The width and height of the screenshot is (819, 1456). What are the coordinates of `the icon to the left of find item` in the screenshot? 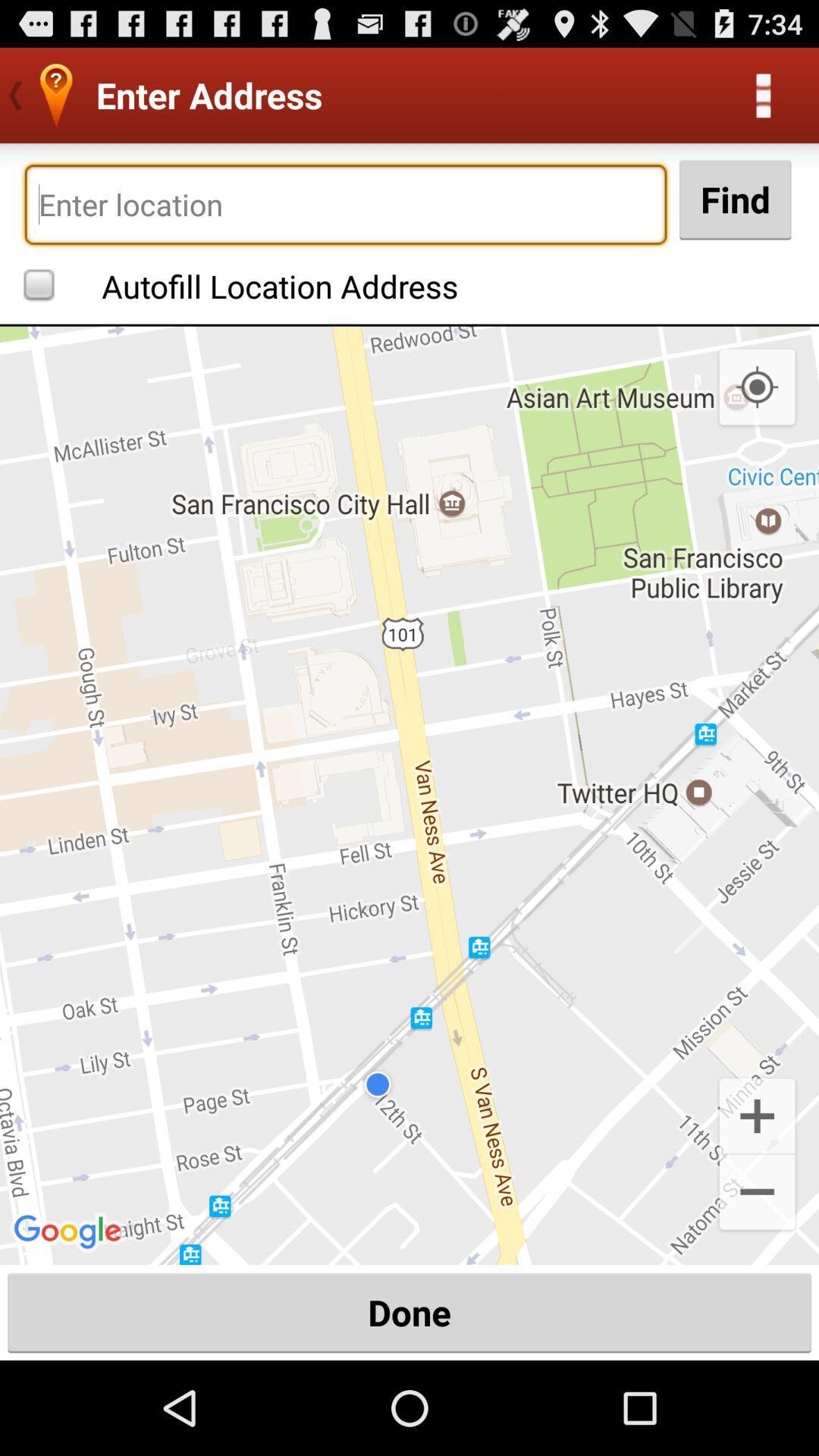 It's located at (345, 203).